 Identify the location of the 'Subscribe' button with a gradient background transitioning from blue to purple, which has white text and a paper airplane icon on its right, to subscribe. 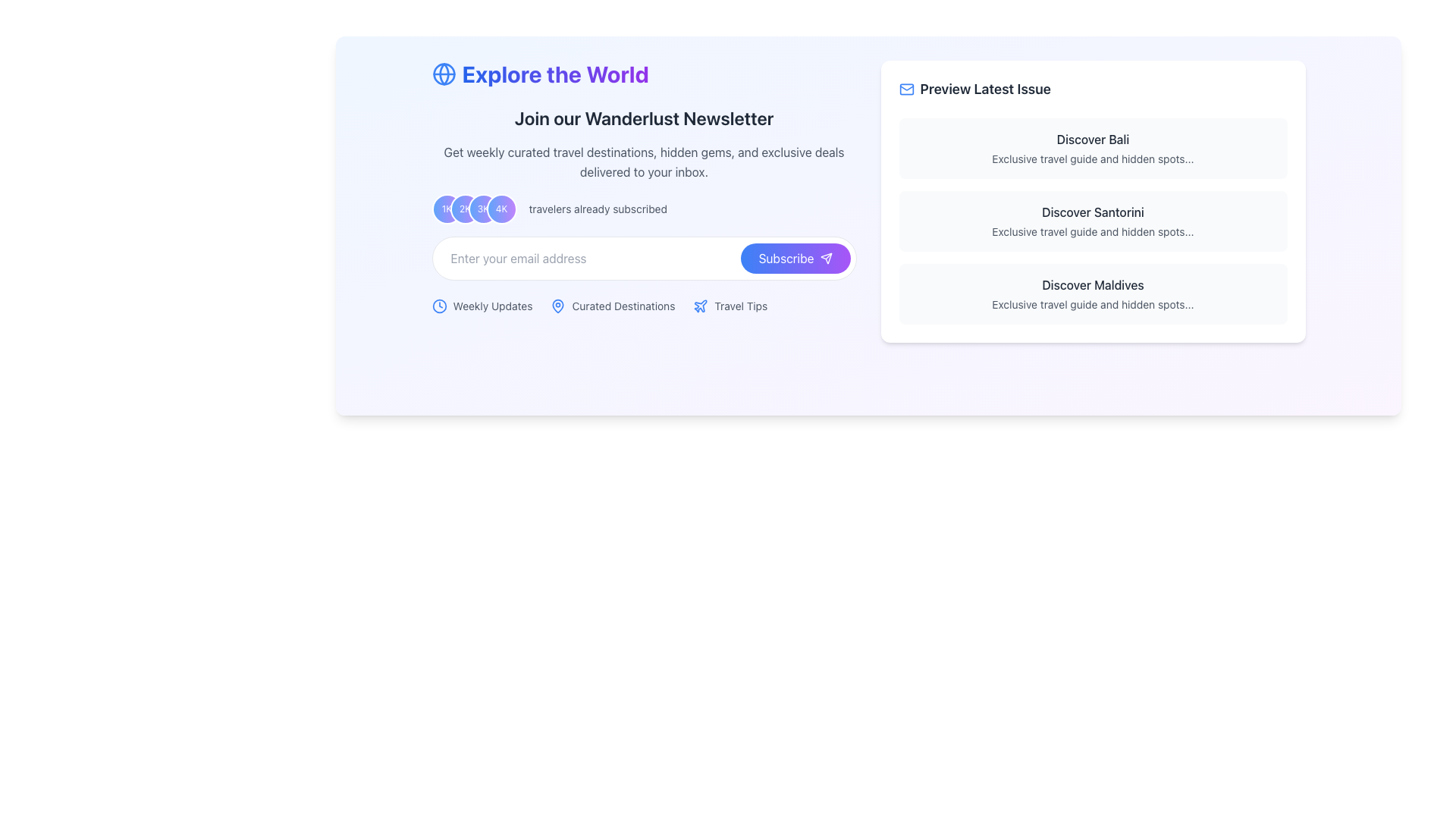
(795, 257).